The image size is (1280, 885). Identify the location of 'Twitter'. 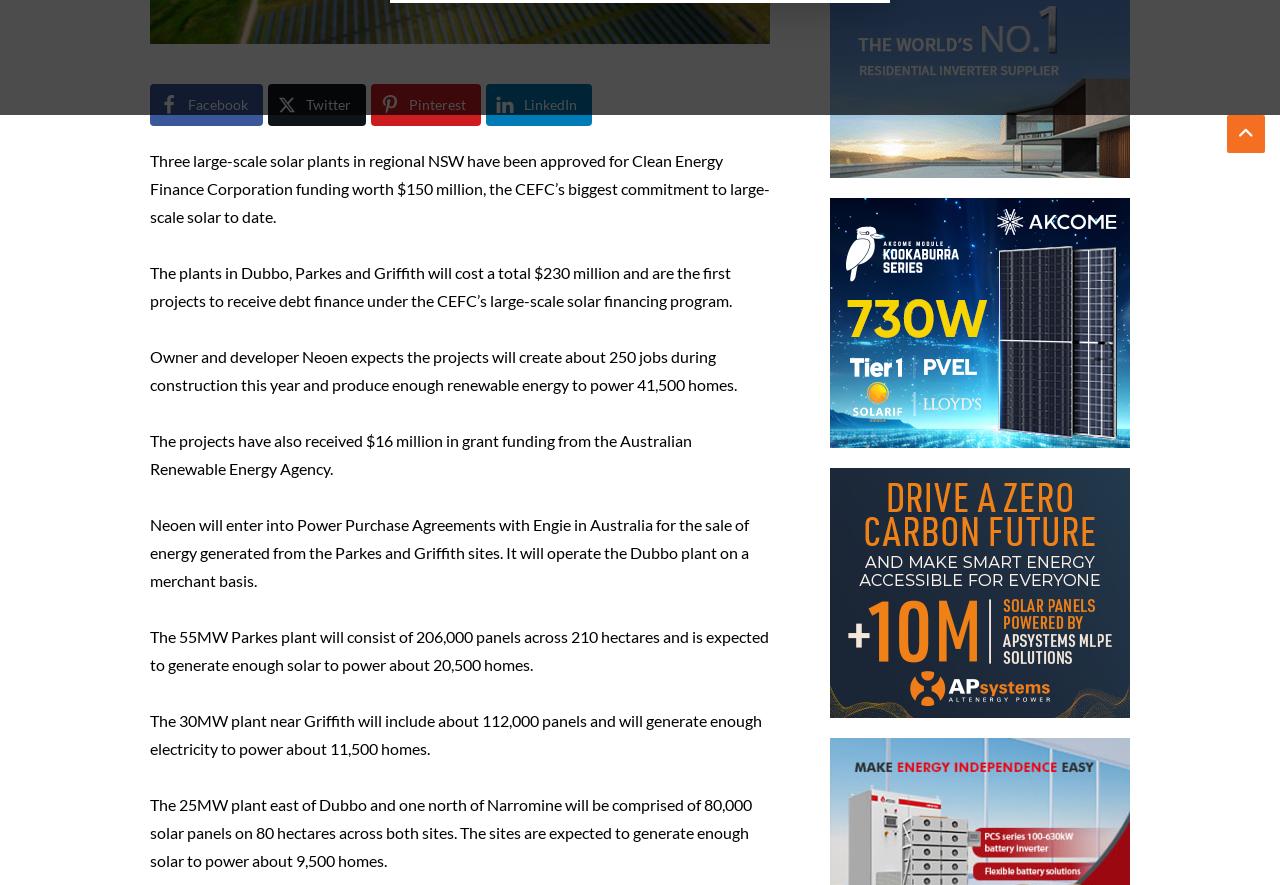
(328, 104).